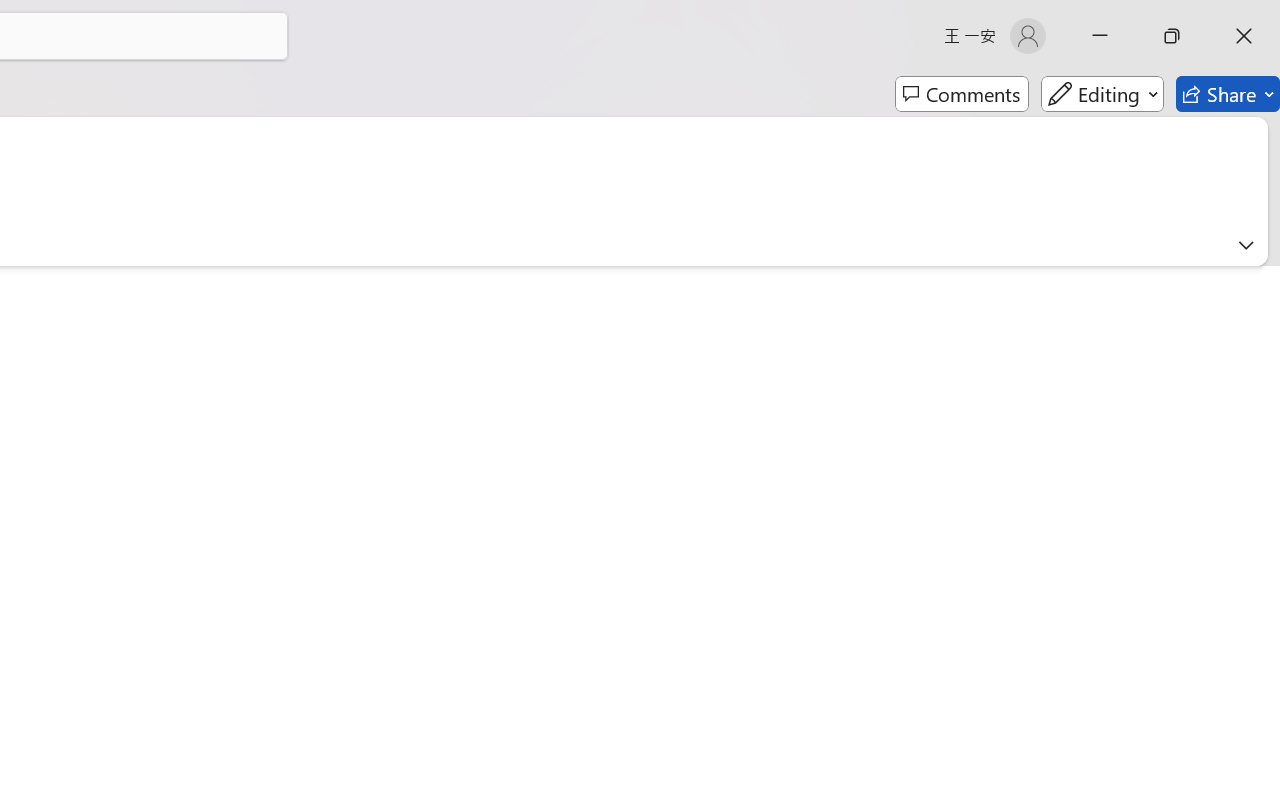 Image resolution: width=1280 pixels, height=800 pixels. What do you see at coordinates (1227, 94) in the screenshot?
I see `'Share'` at bounding box center [1227, 94].